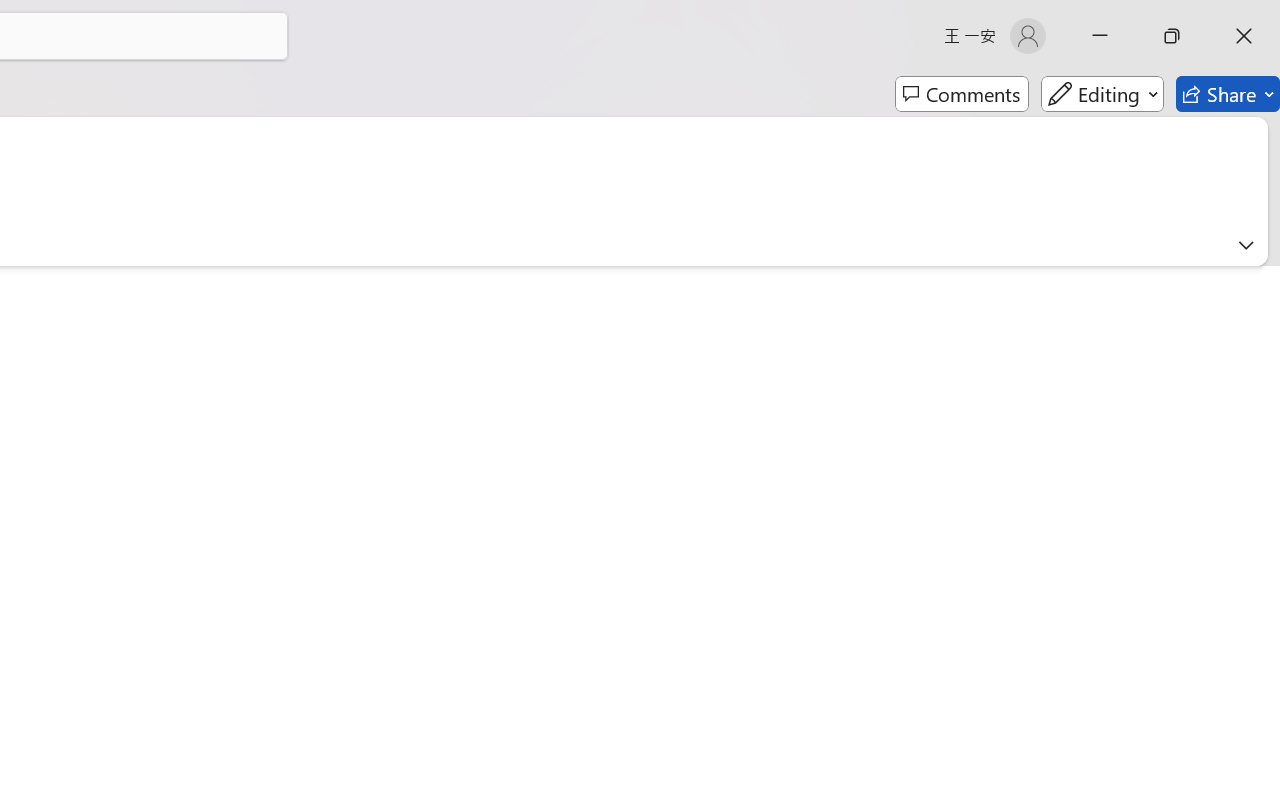 Image resolution: width=1280 pixels, height=800 pixels. What do you see at coordinates (1227, 94) in the screenshot?
I see `'Share'` at bounding box center [1227, 94].